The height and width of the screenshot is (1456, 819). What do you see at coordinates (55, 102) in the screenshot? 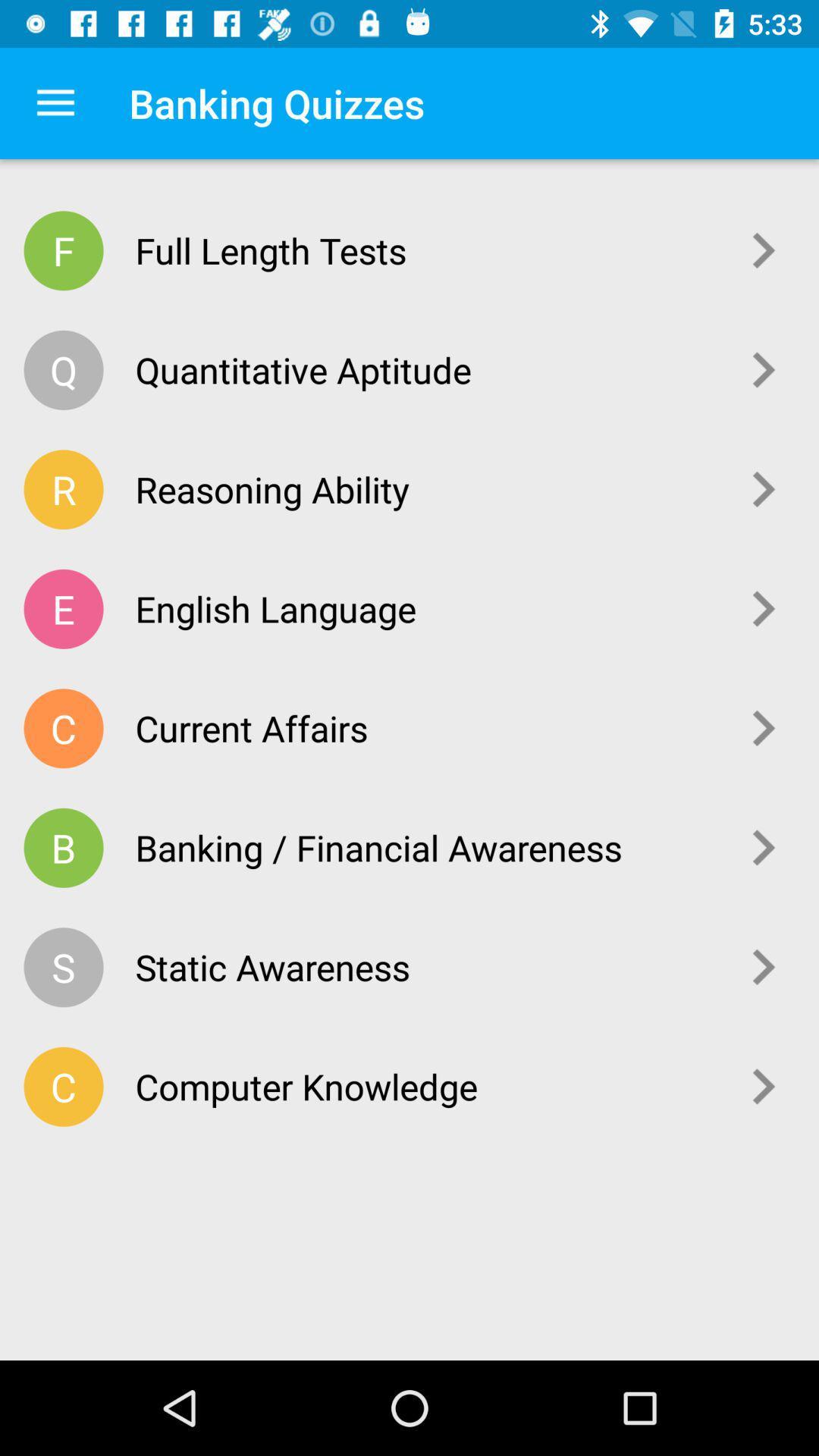
I see `the item next to  banking quizzes  icon` at bounding box center [55, 102].